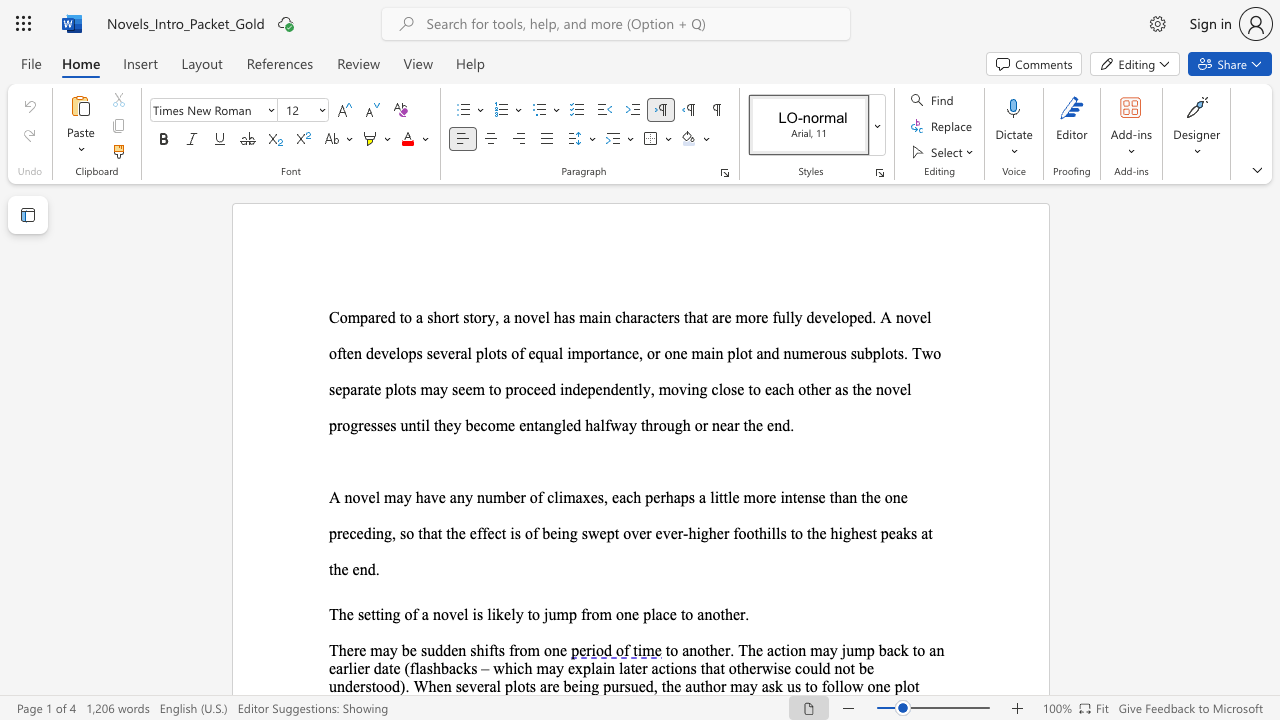 The height and width of the screenshot is (720, 1280). What do you see at coordinates (400, 352) in the screenshot?
I see `the subset text "ops several plots of equal importance, or on" within the text "Compared to a short story, a novel has main characters that are more fully developed. A novel often develops several plots of equal importance, or one main plot and"` at bounding box center [400, 352].